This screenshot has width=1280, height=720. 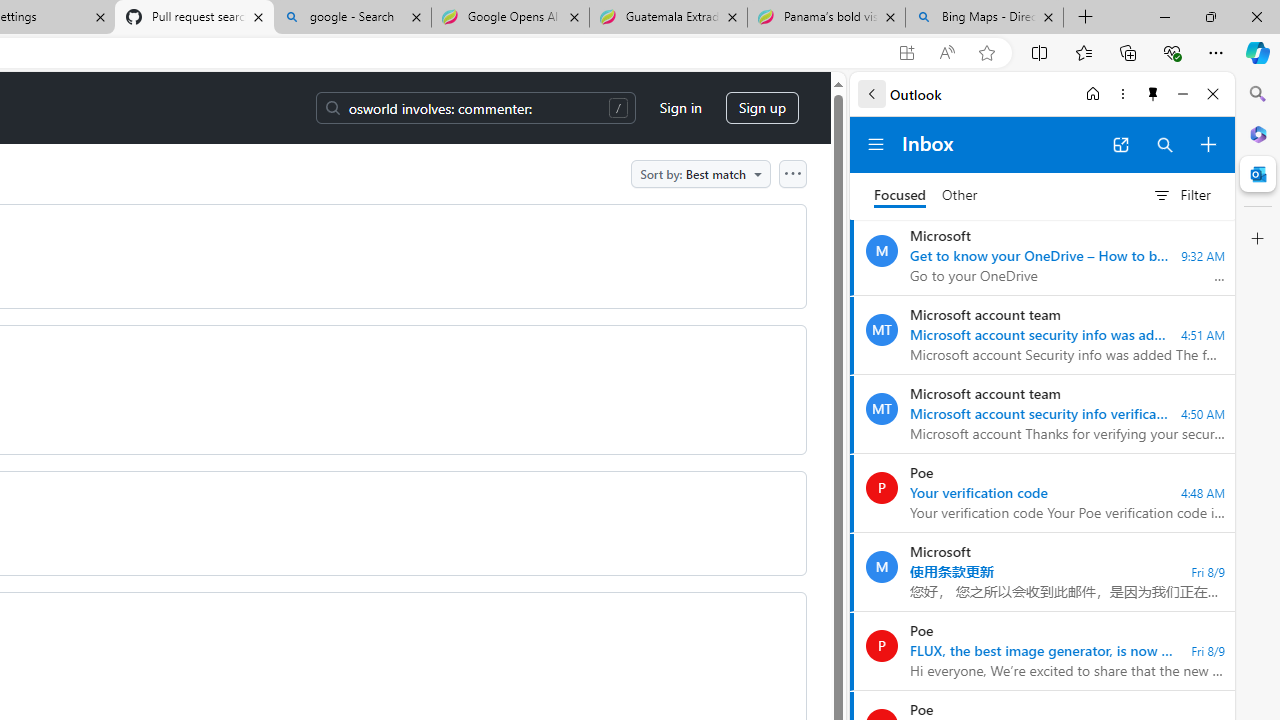 I want to click on 'google - Search', so click(x=352, y=17).